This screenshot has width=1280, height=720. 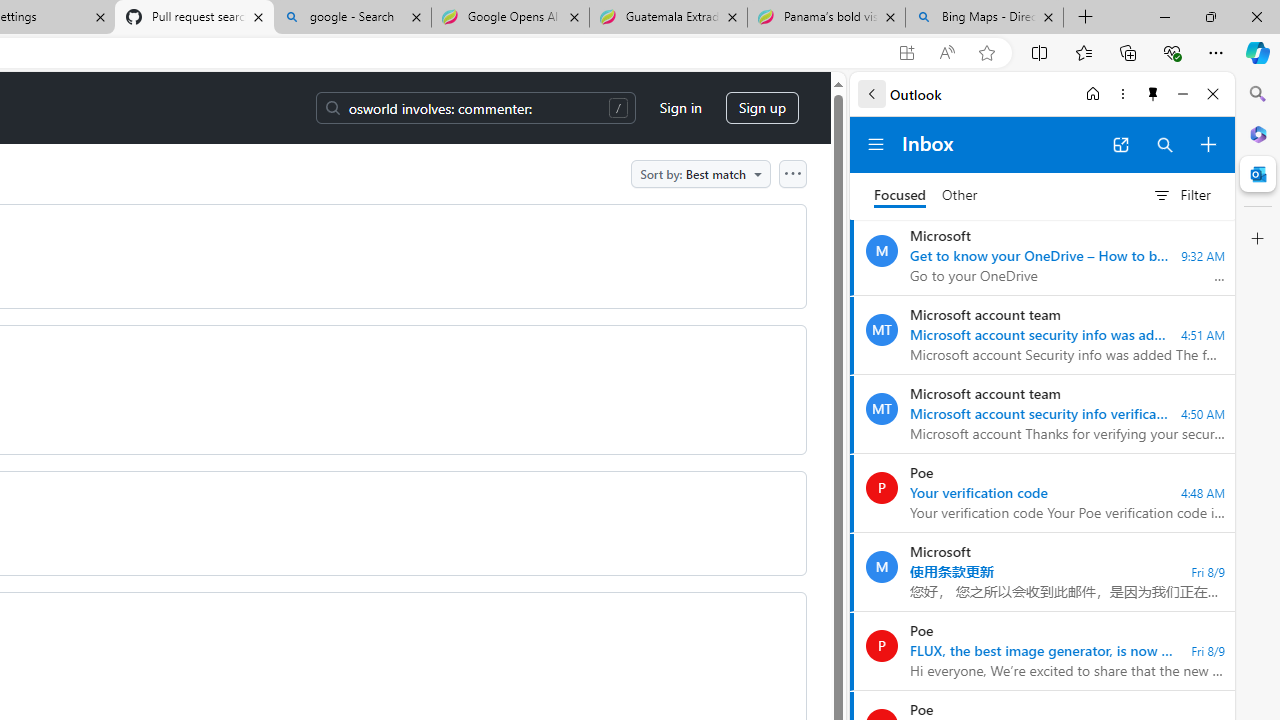 I want to click on 'google - Search', so click(x=352, y=17).